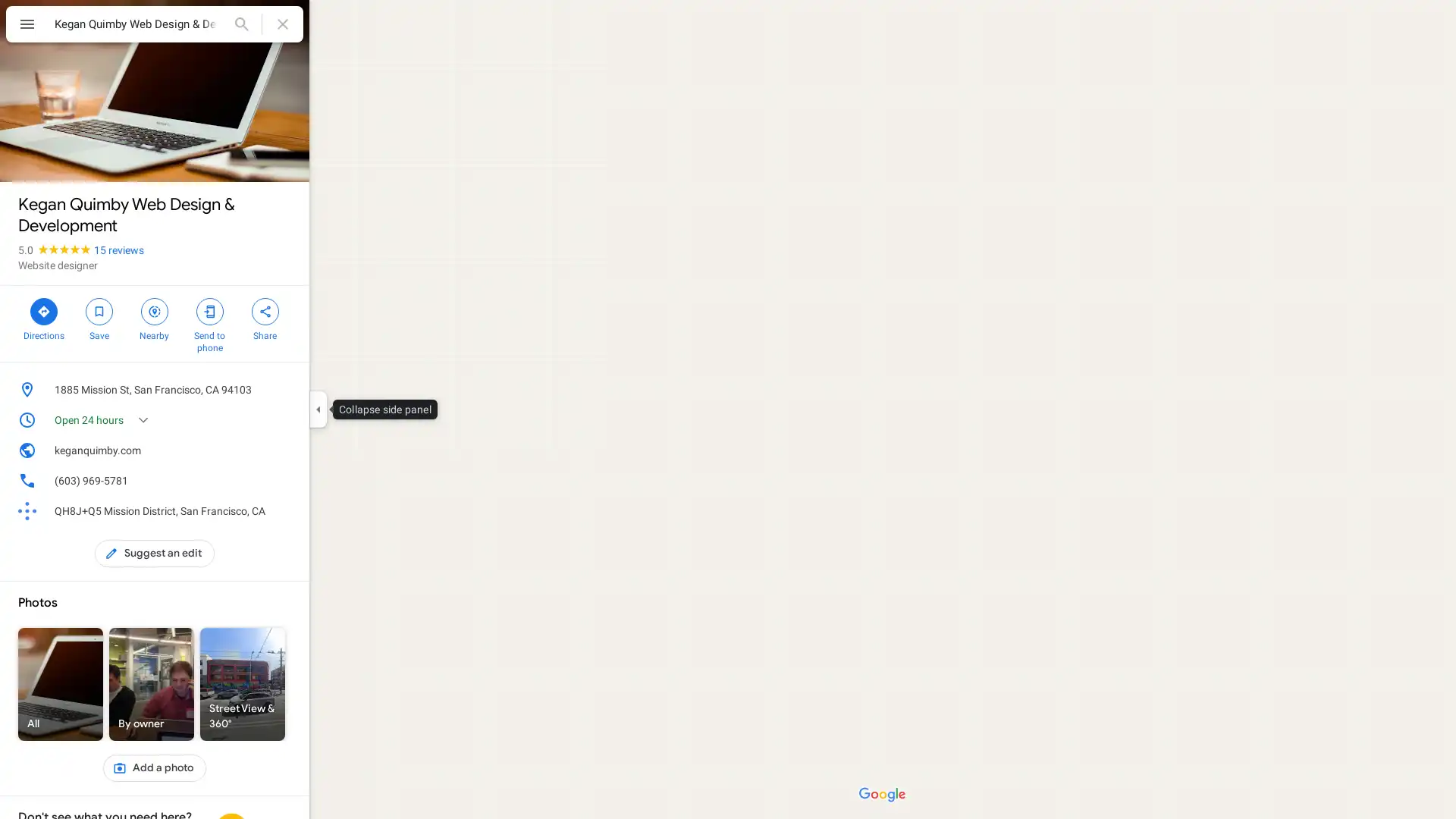  I want to click on Call phone number, so click(284, 480).